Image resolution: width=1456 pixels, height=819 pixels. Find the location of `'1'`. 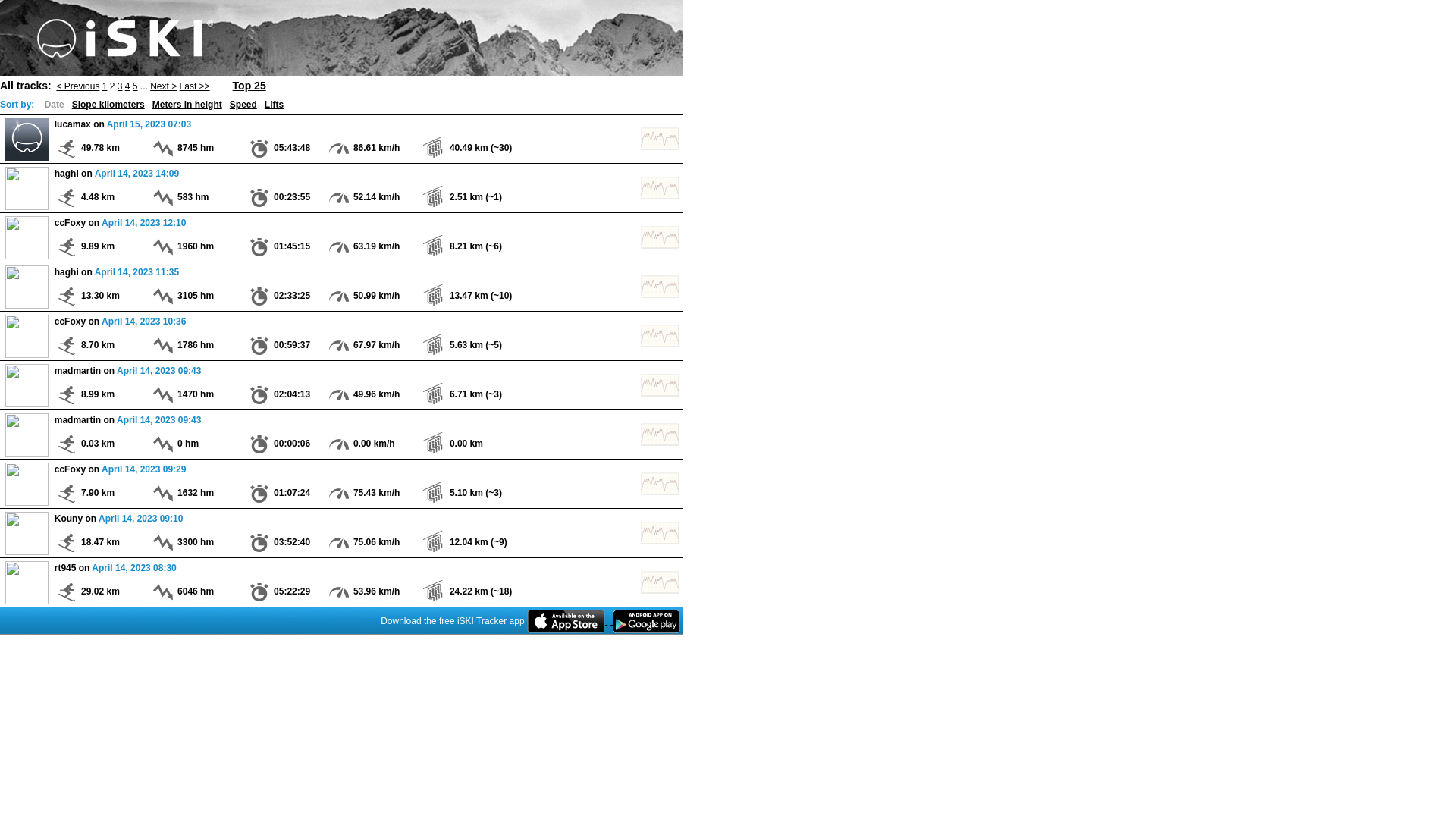

'1' is located at coordinates (104, 85).